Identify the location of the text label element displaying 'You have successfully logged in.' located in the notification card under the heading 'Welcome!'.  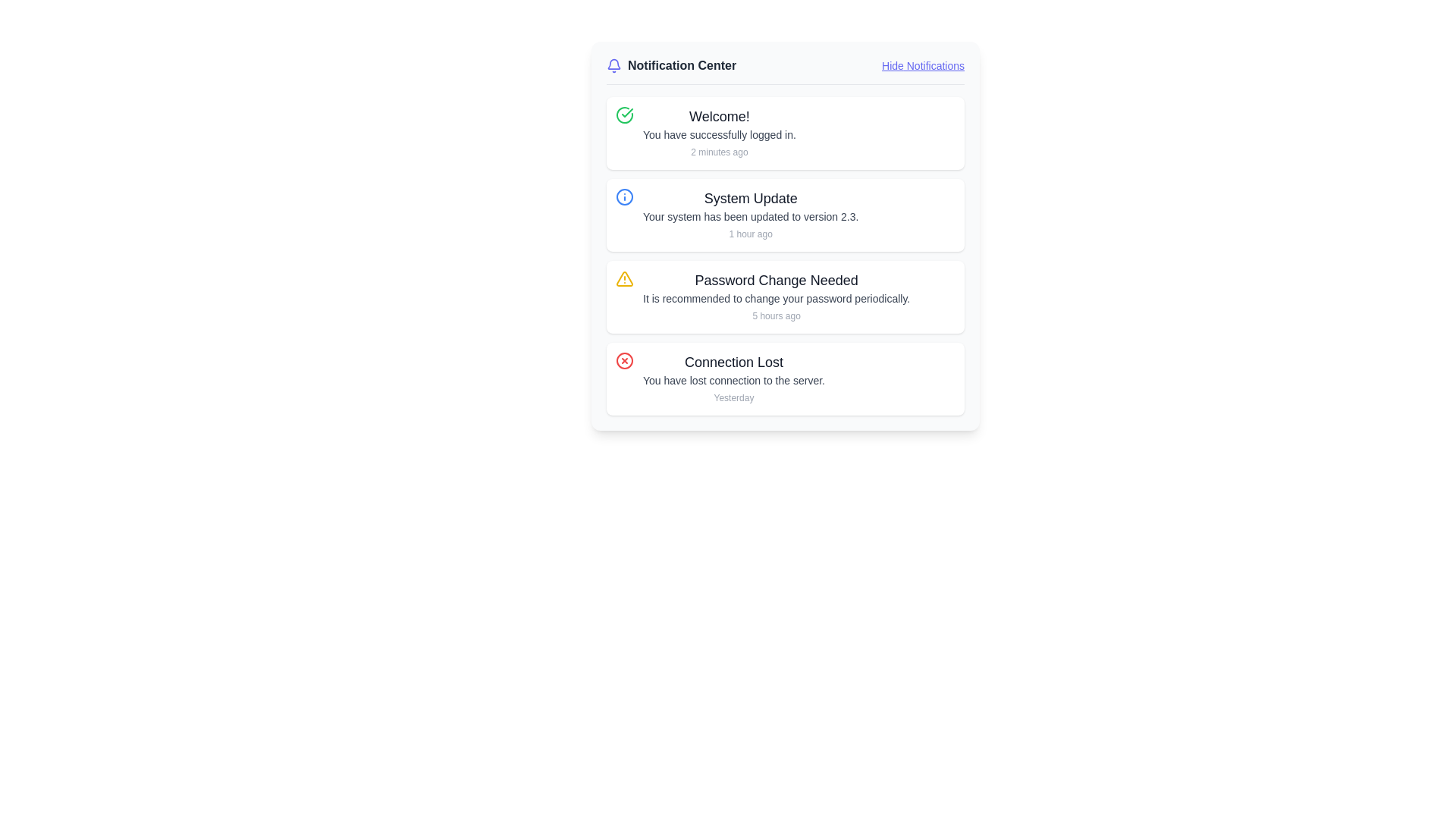
(718, 133).